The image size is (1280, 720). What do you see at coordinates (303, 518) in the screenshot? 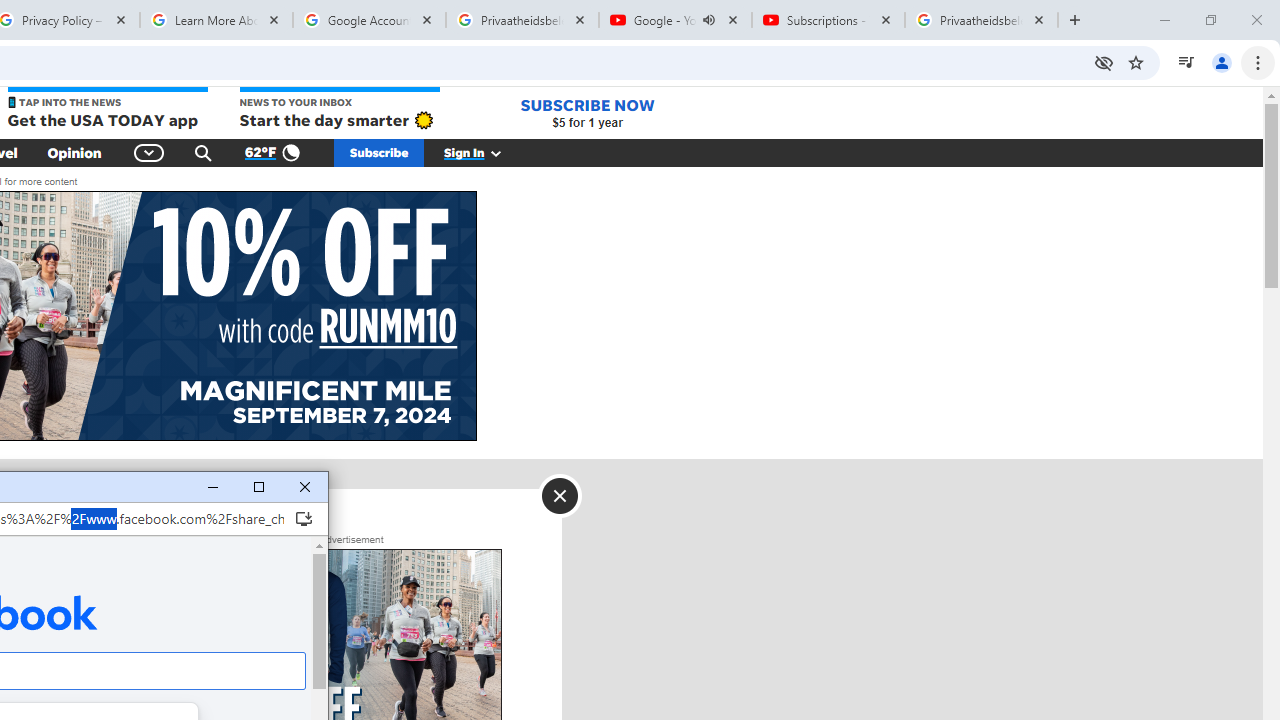
I see `'Install Facebook'` at bounding box center [303, 518].